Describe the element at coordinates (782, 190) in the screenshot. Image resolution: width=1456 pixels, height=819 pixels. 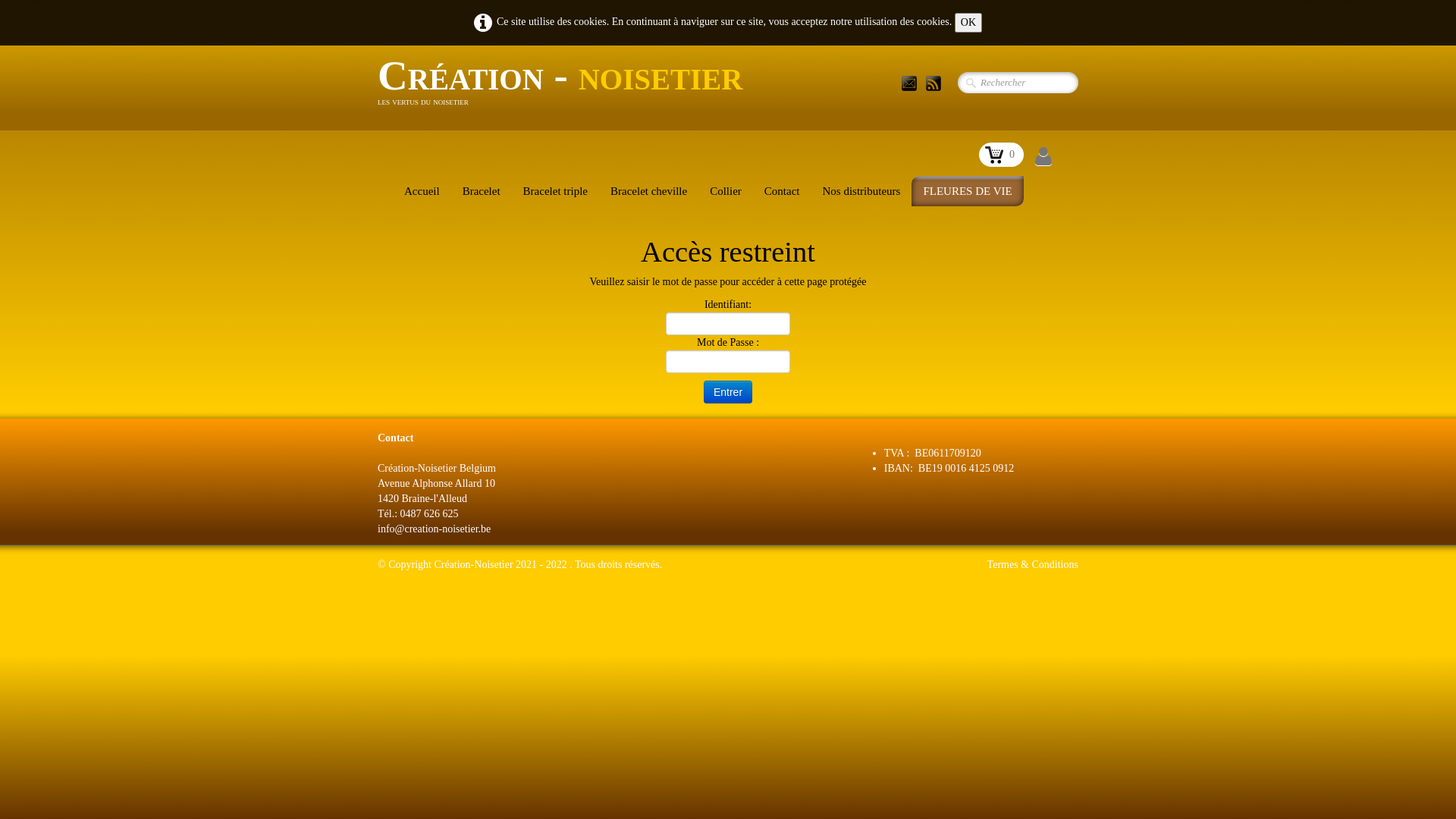
I see `'Contact'` at that location.